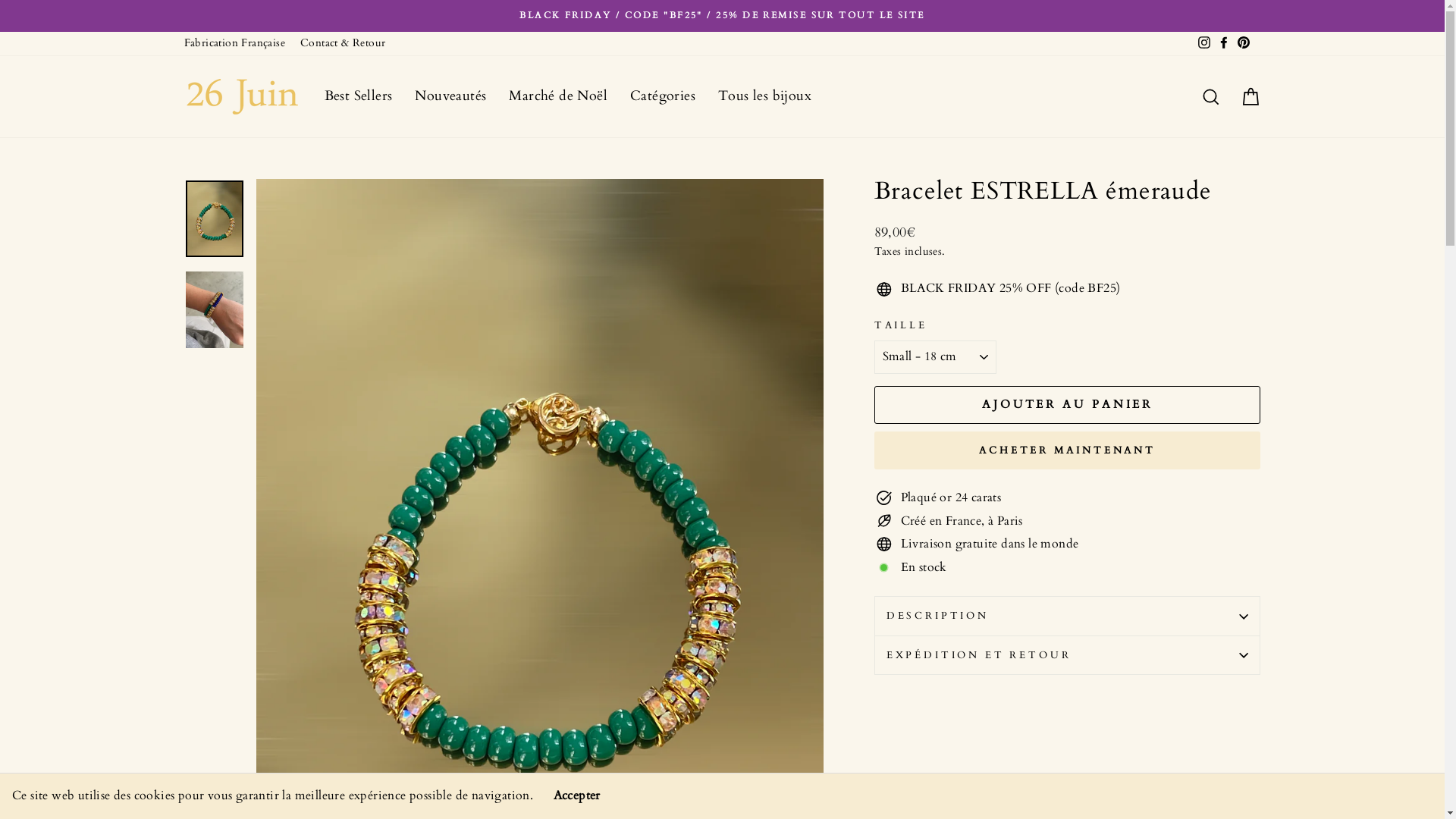  I want to click on 'Rechercher', so click(1210, 96).